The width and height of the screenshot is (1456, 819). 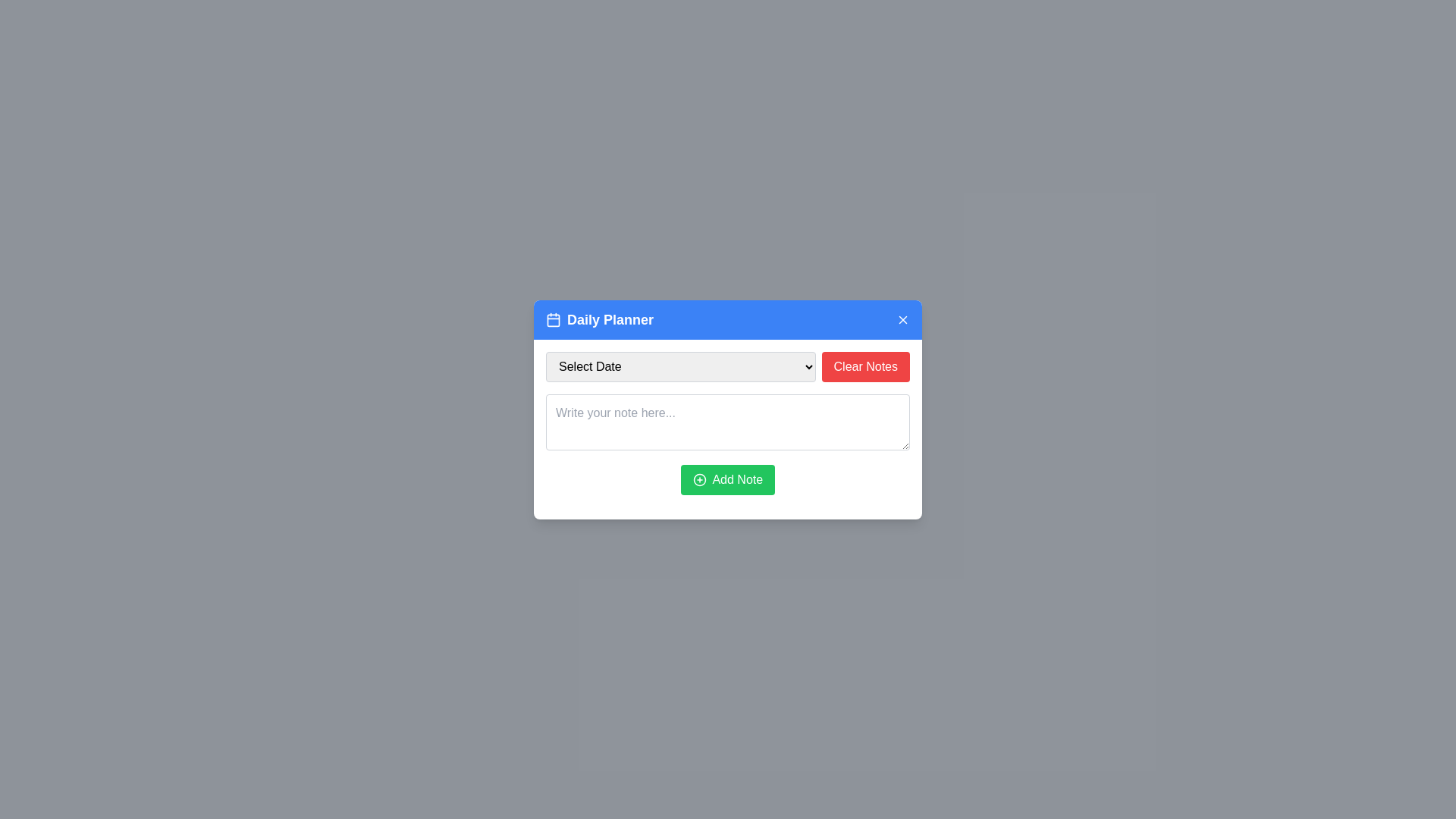 I want to click on the decorative vector graphic within the calendar icon located at the top-left corner of the modal header, next to the text 'Daily Planner', so click(x=552, y=318).